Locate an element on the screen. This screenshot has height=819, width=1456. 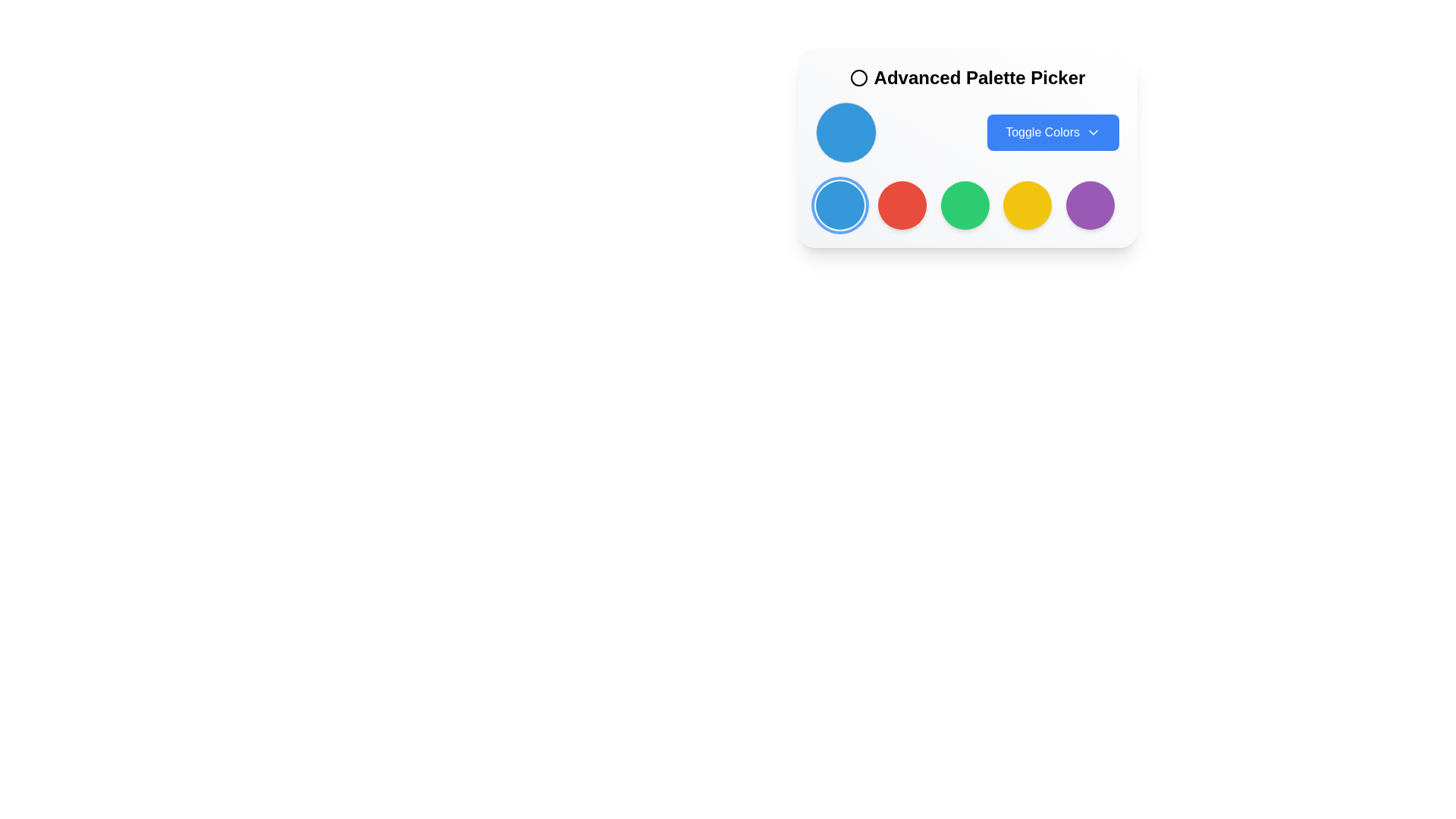
the last circular button in the color palette picker located at the bottom-right corner is located at coordinates (1089, 205).